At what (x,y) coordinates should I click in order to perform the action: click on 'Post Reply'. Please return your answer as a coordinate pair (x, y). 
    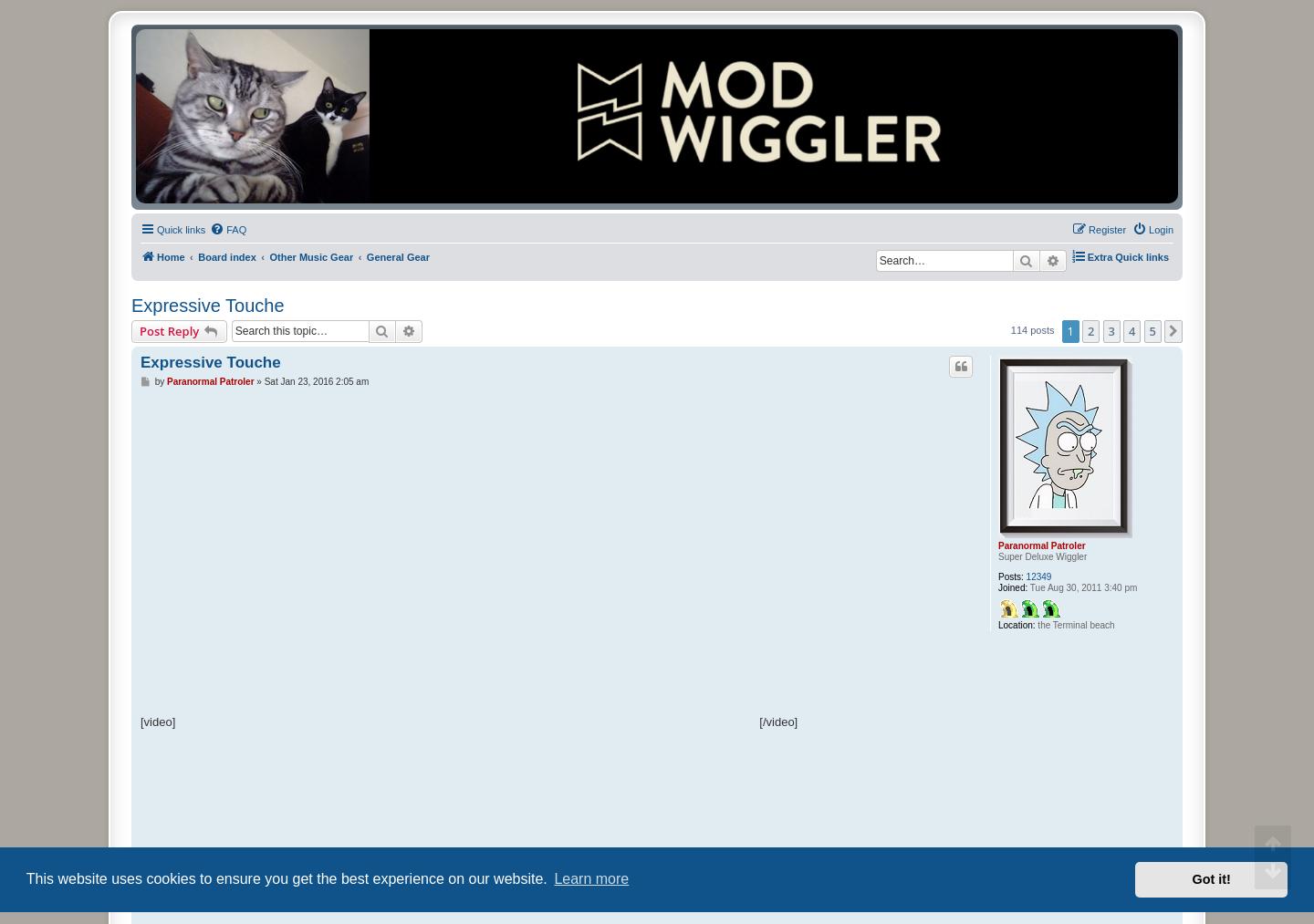
    Looking at the image, I should click on (169, 330).